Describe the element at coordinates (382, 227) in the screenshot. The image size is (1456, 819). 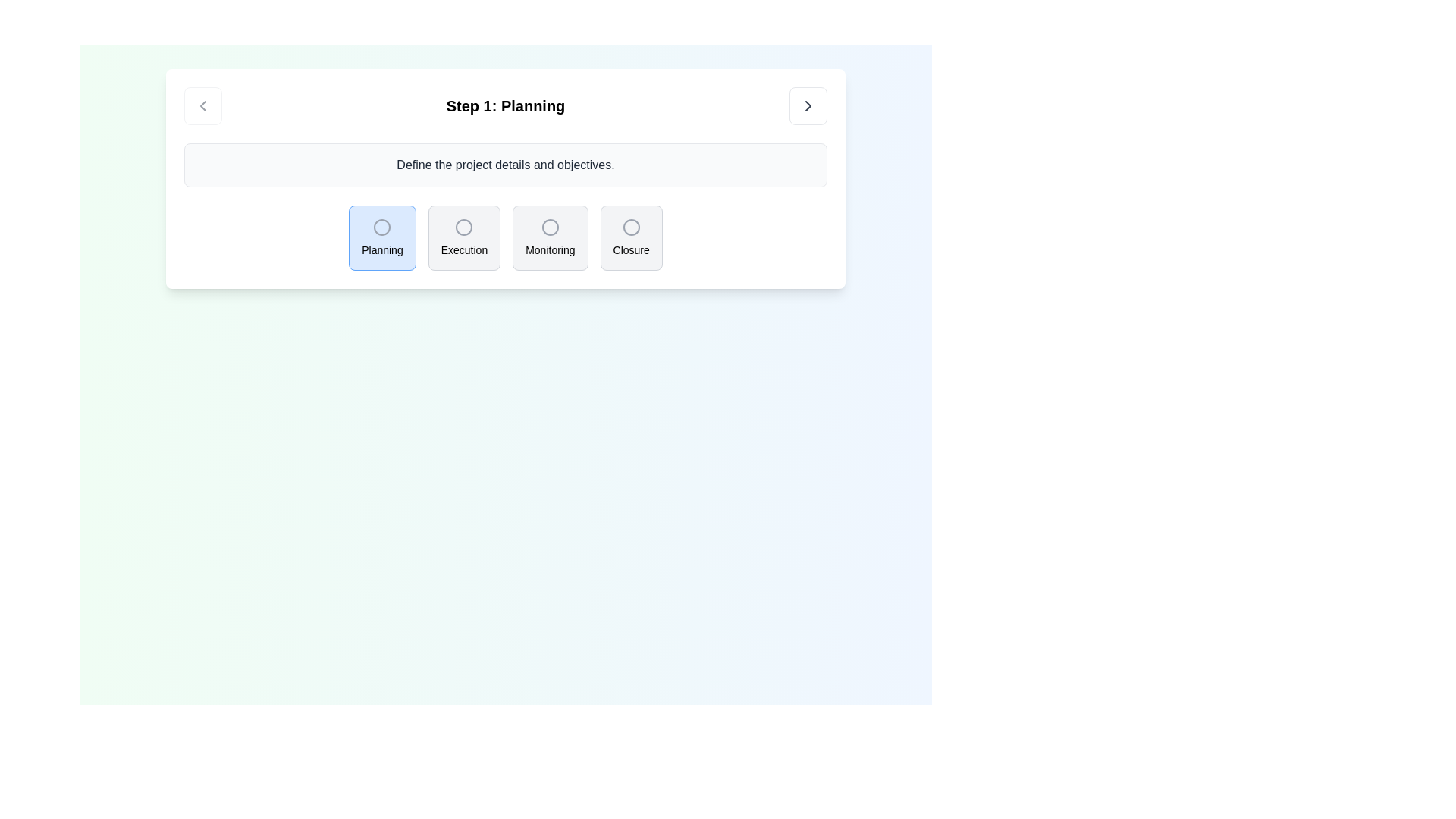
I see `the circular icon with a stroke outline that is centered within the button labeled 'Planning'` at that location.